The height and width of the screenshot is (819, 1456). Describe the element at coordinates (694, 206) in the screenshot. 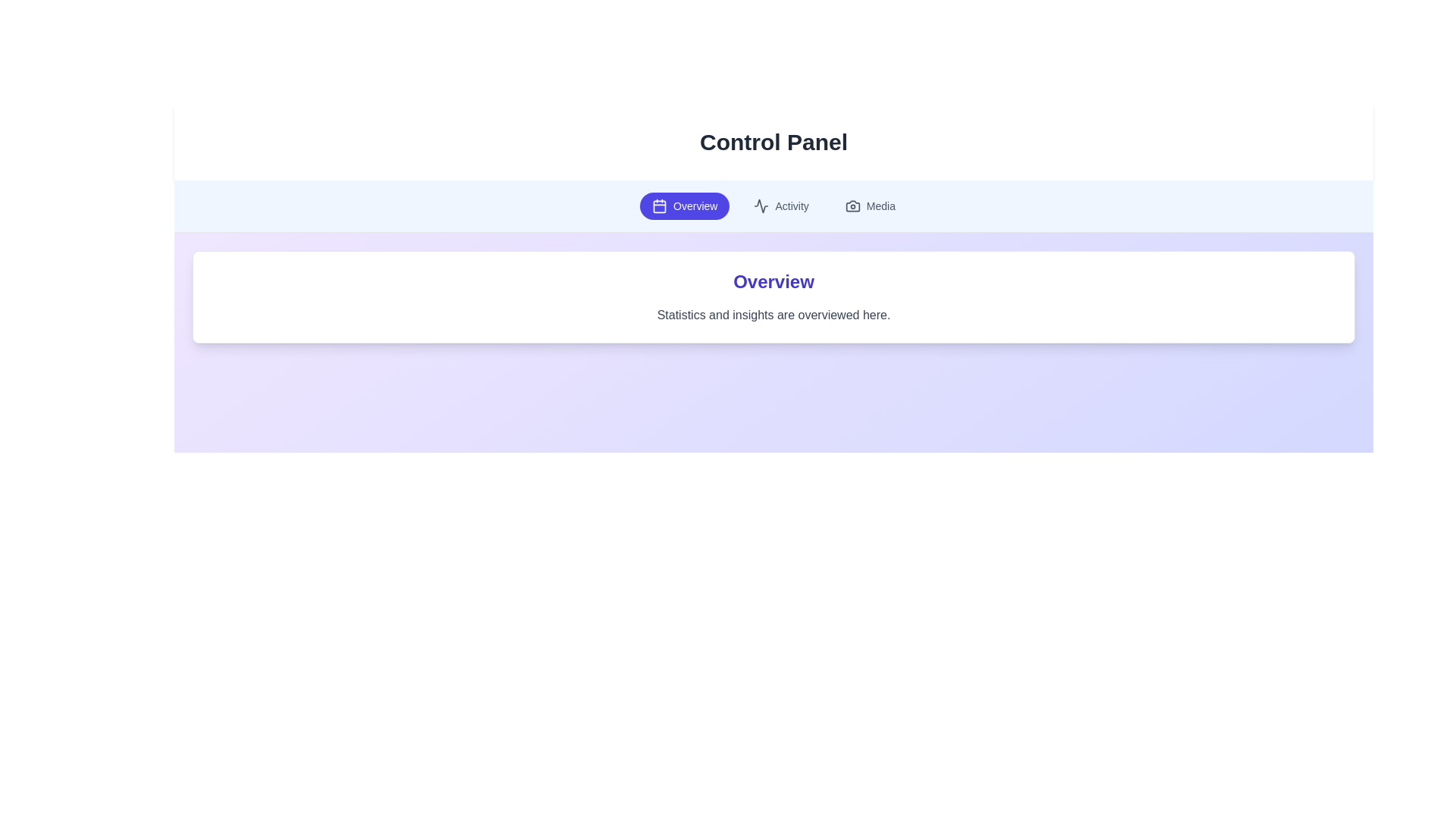

I see `the navigation button labeled 'Overview' located at the center-left of the top navigation bar, adjacent to the calendar icon` at that location.